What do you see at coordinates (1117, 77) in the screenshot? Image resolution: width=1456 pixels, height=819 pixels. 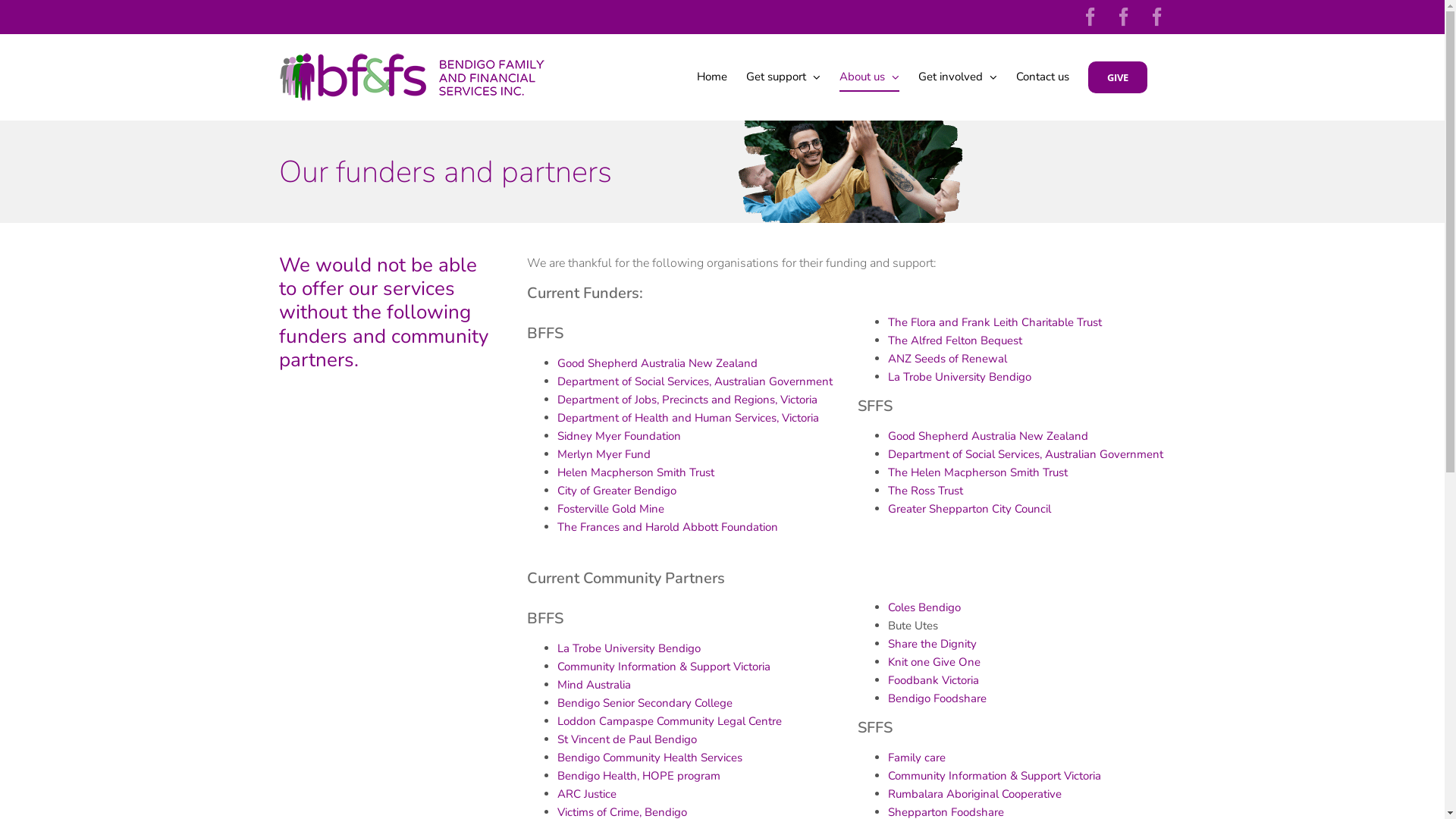 I see `'GIVE'` at bounding box center [1117, 77].